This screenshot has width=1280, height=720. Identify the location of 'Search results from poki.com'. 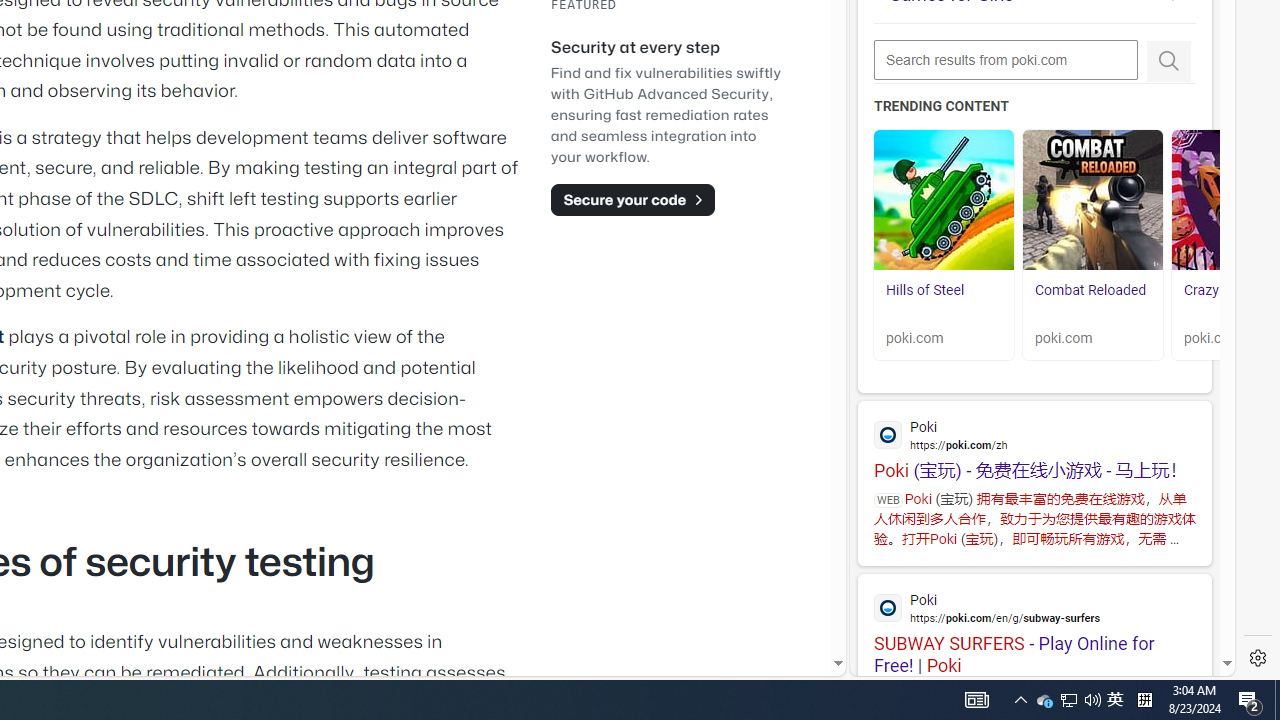
(1006, 59).